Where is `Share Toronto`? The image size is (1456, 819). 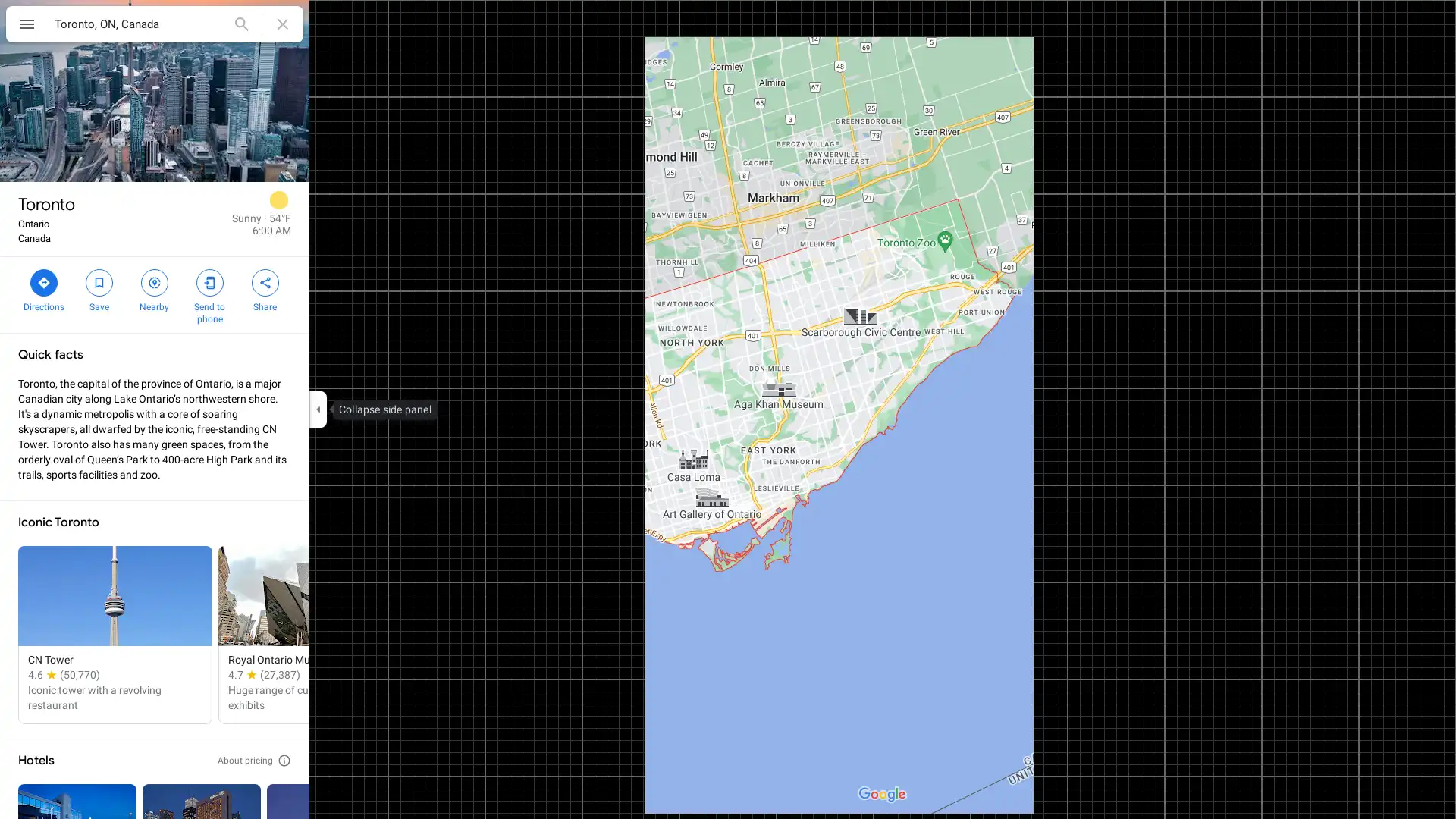 Share Toronto is located at coordinates (265, 289).